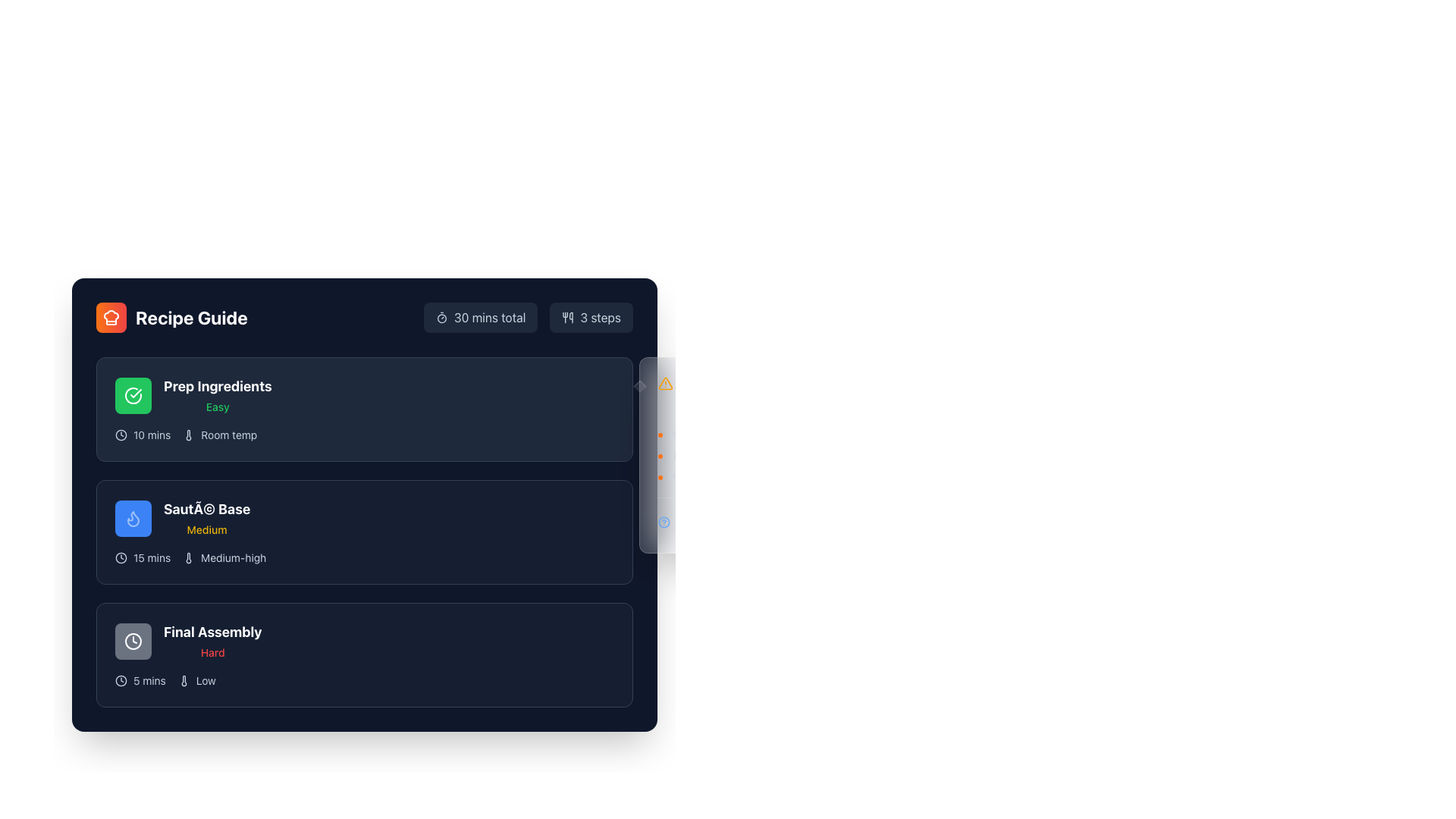 This screenshot has width=1456, height=819. Describe the element at coordinates (480, 317) in the screenshot. I see `the label displaying '30 mins total' with a slate-blue background, which is located to the left of the '3 steps' element` at that location.